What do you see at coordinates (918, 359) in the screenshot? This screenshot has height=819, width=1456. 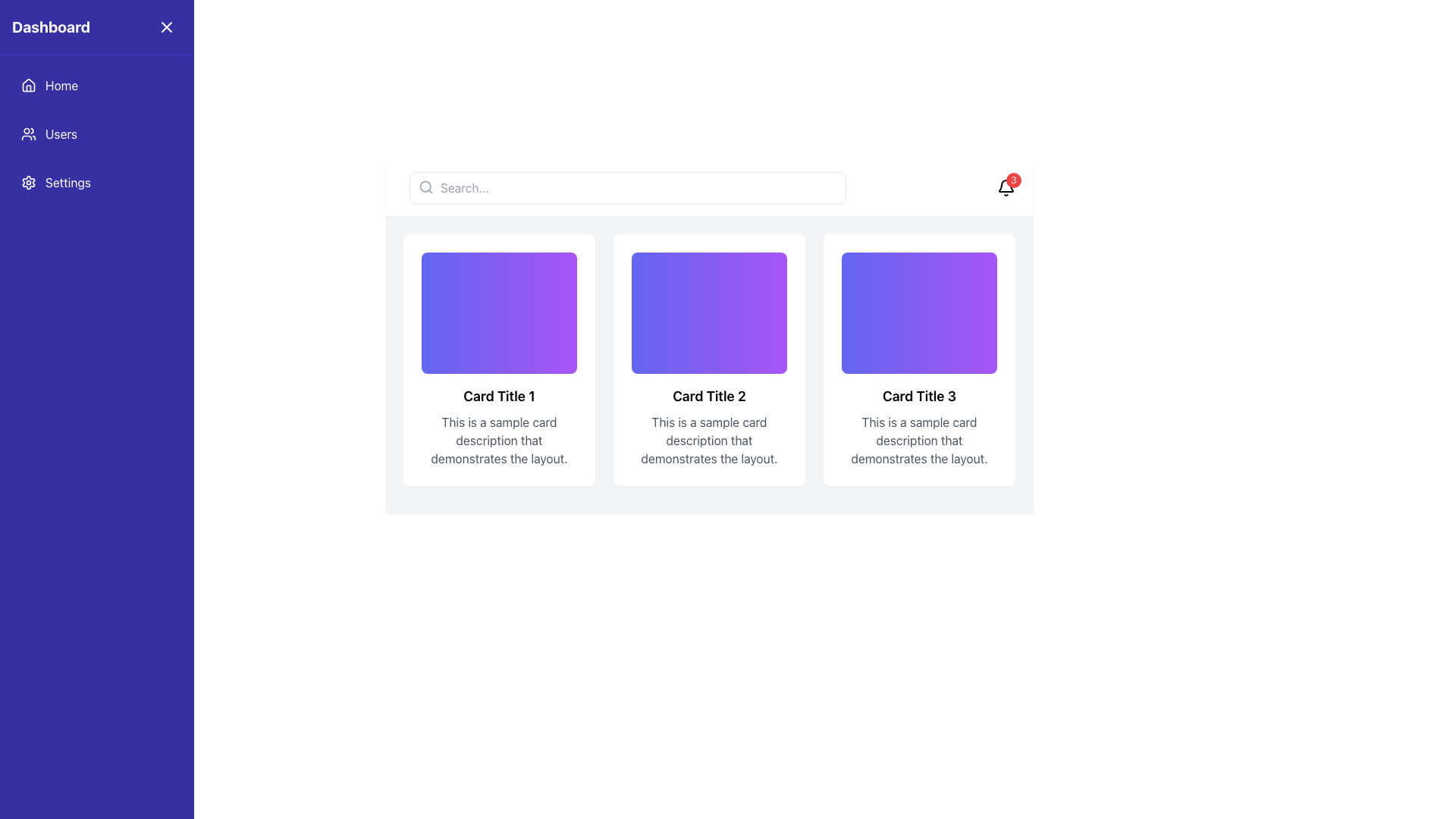 I see `the gradient rectangle at the top of the card component titled 'Card Title 3', which features a transition from indigo to purple` at bounding box center [918, 359].